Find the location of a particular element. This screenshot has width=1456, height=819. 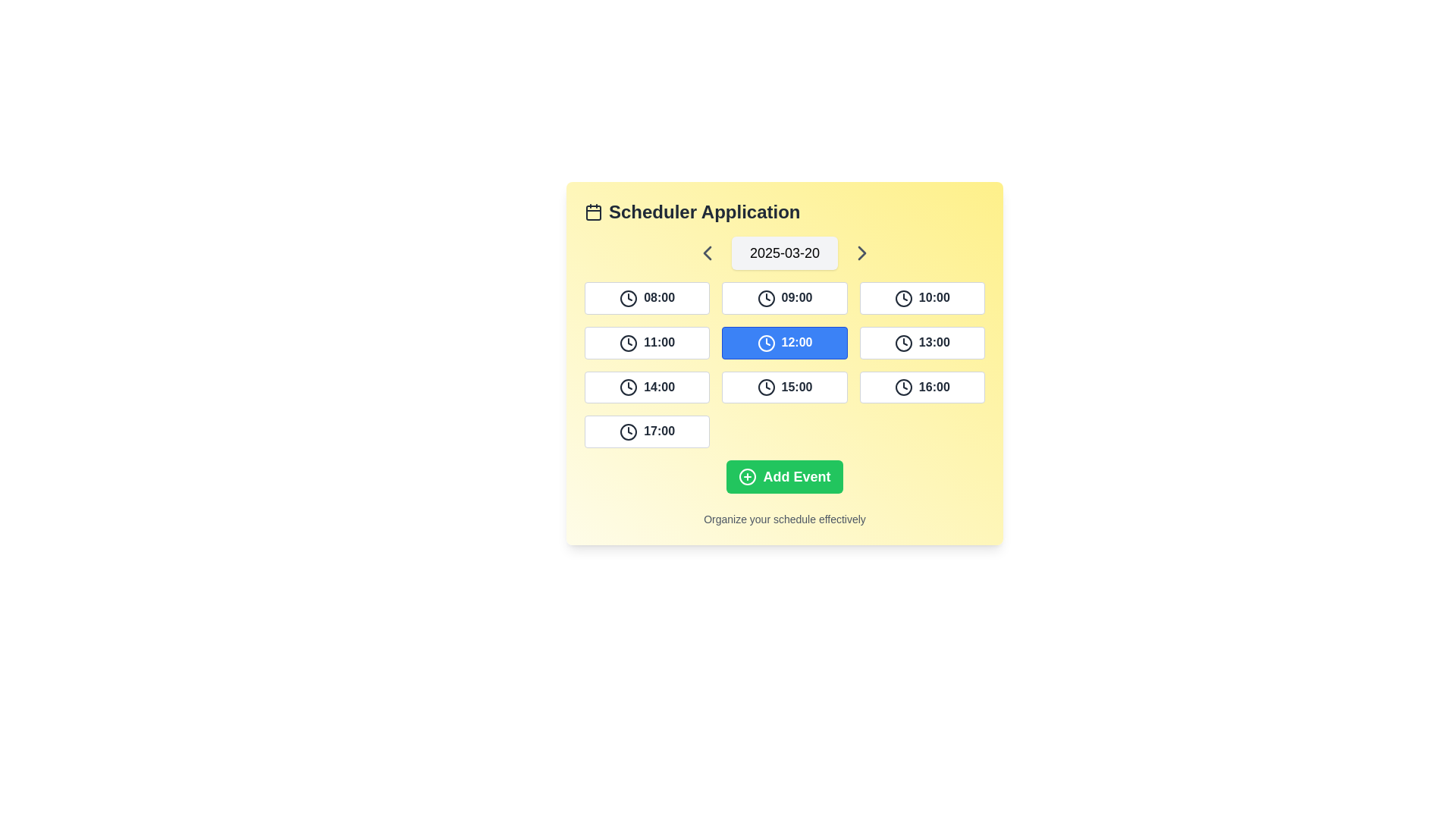

the clock icon SVG graphic located in the center of the '12:00' button within the time scheduler grid is located at coordinates (766, 343).